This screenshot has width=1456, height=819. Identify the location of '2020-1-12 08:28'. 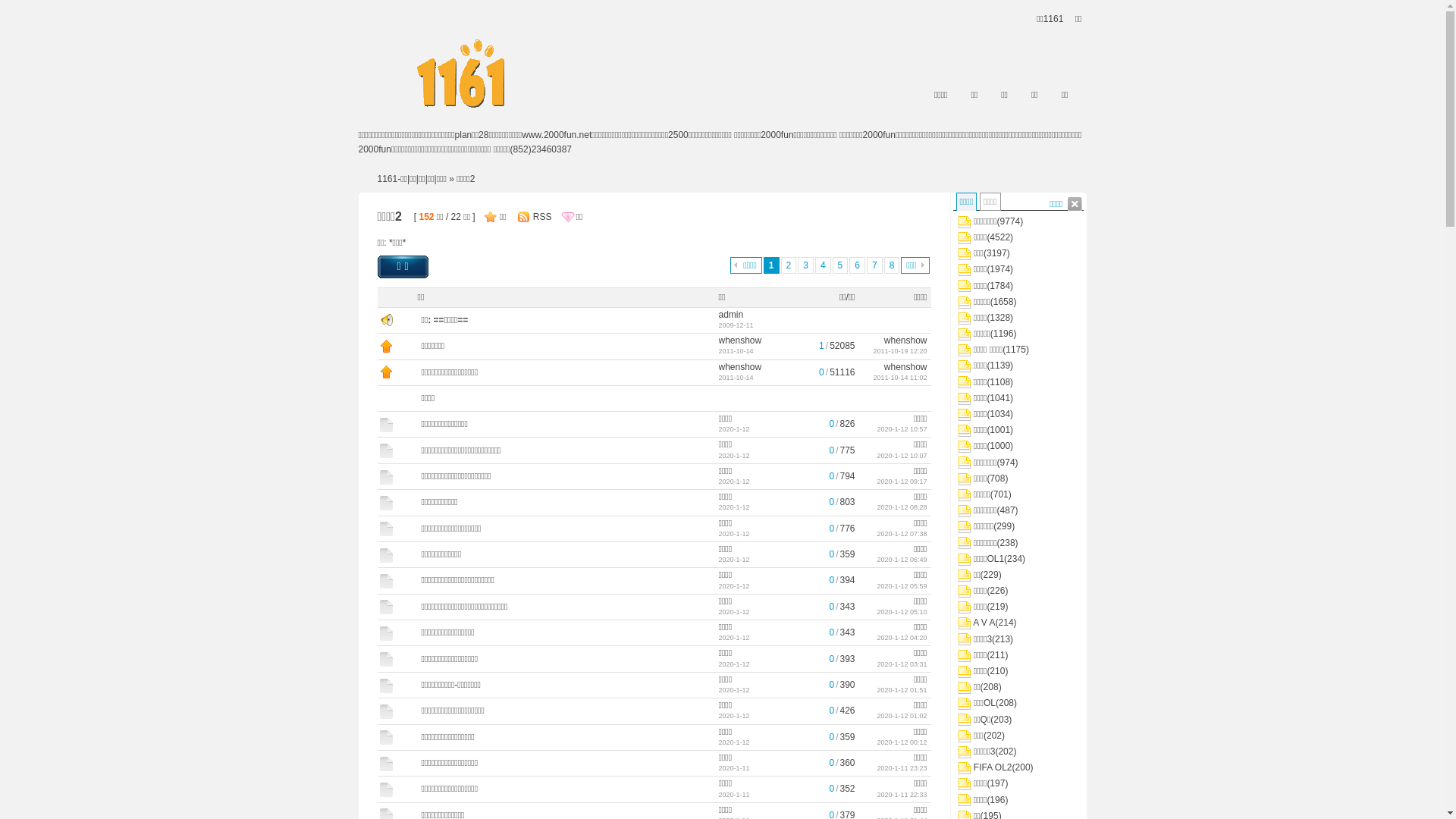
(902, 507).